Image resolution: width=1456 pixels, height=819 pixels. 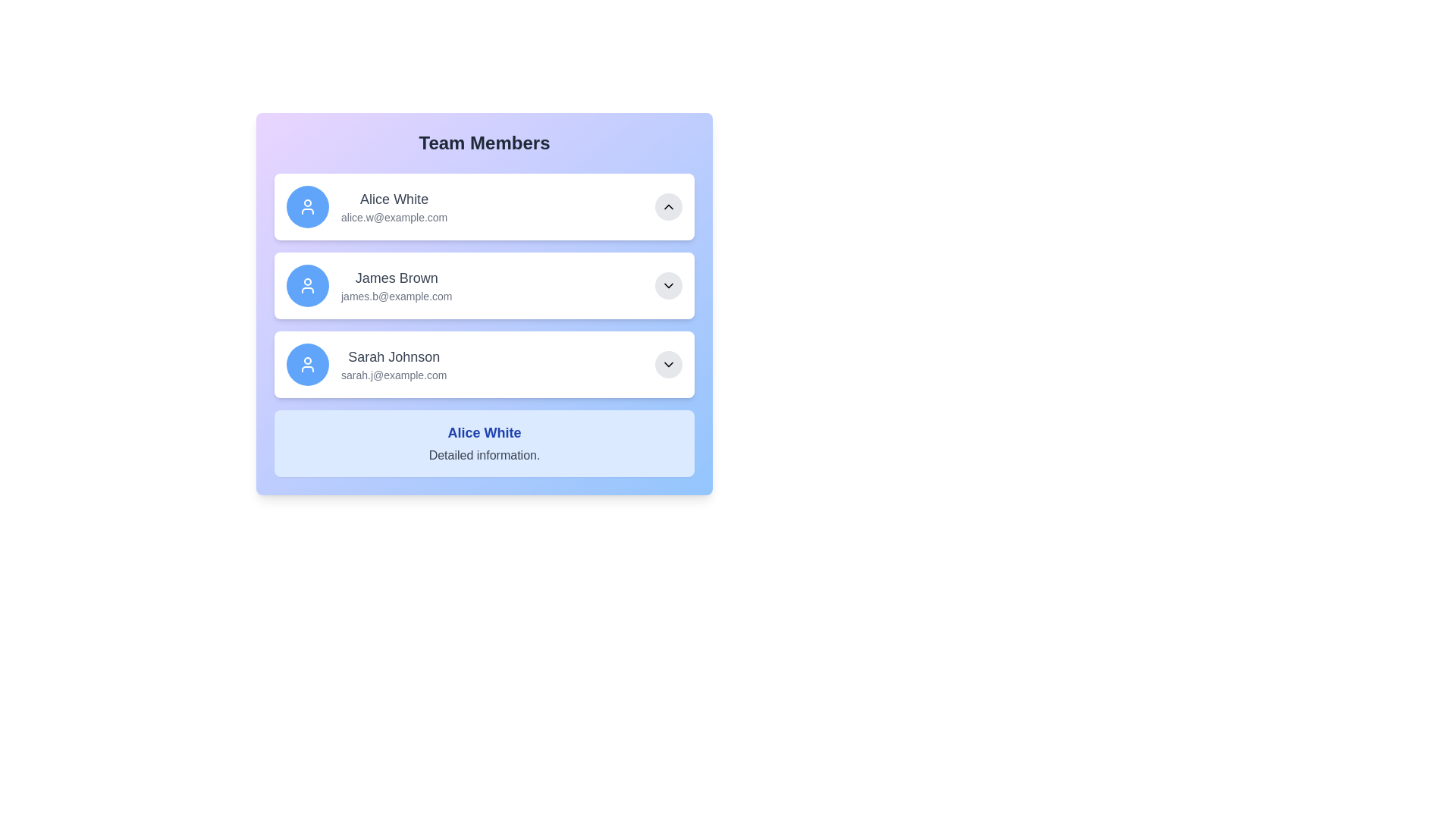 I want to click on the text label displaying the name 'Alice White', which is positioned at the top of the first team member card, above the email 'alice.w@example.com', so click(x=394, y=198).